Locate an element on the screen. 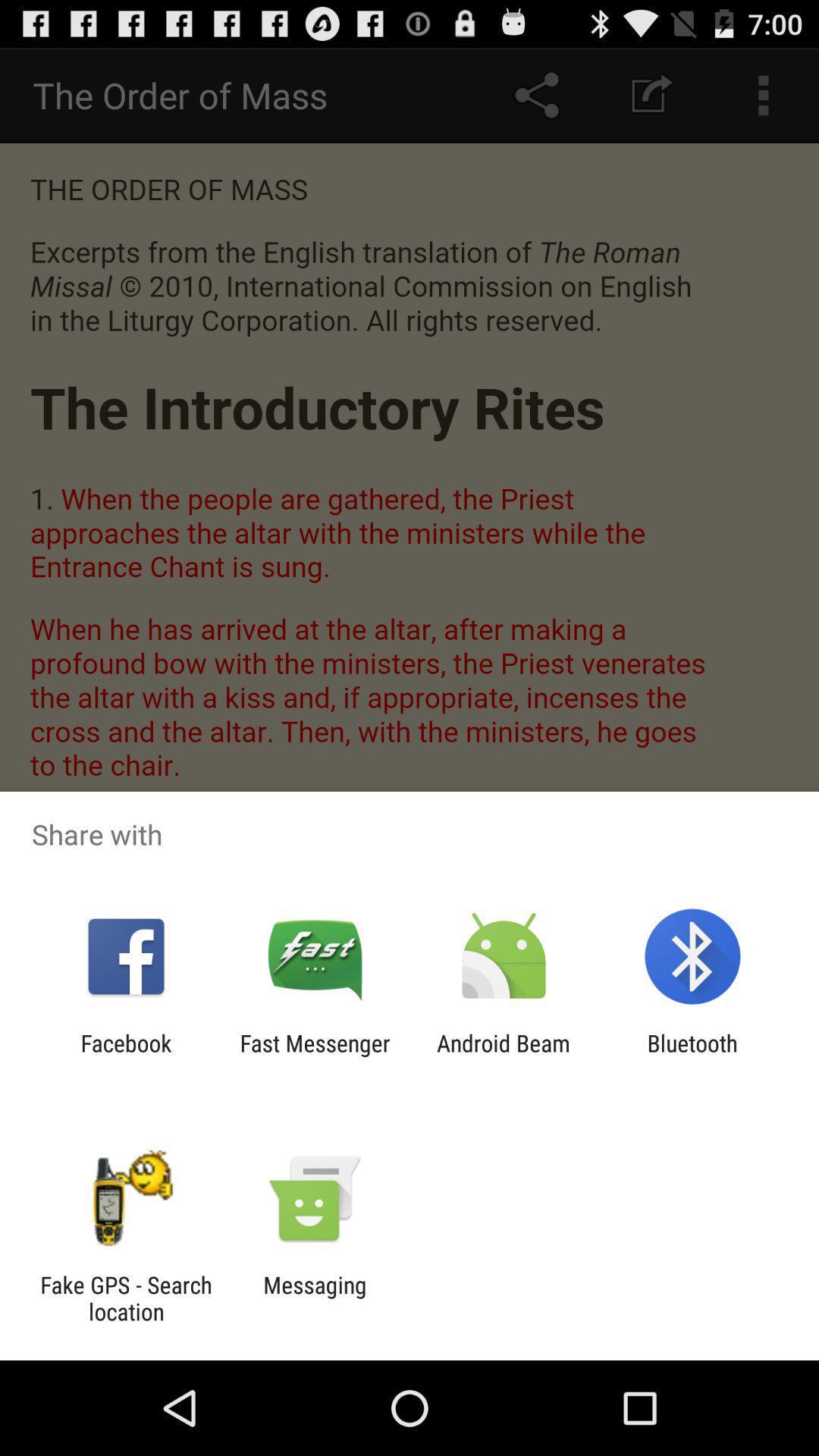  the icon to the left of the messaging is located at coordinates (125, 1298).